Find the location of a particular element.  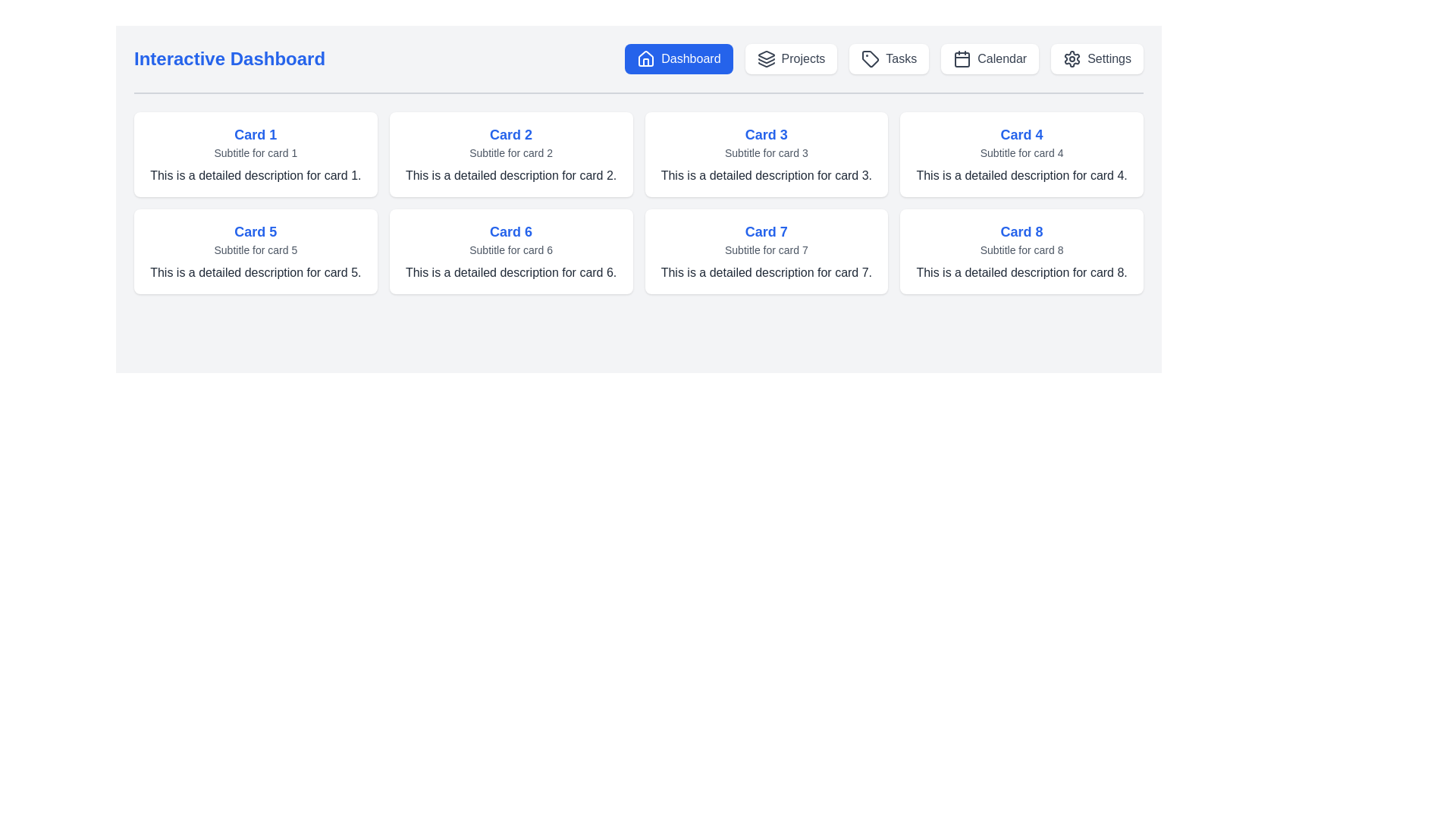

the text area under the subtitle 'Subtitle for card 2' and the title 'Card 2' within the second card of the grid layout is located at coordinates (511, 174).